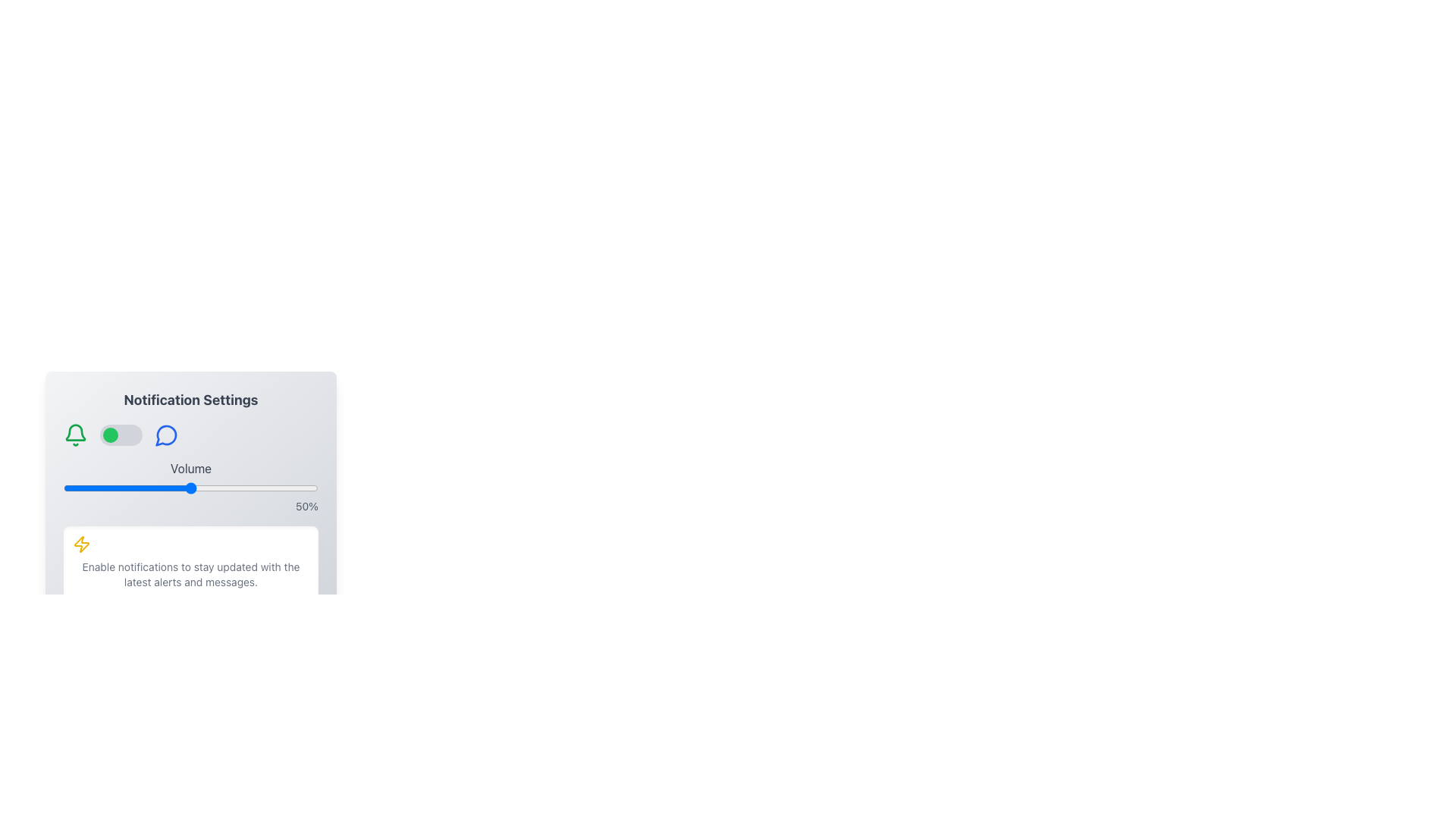 The image size is (1456, 819). I want to click on the volume, so click(90, 488).